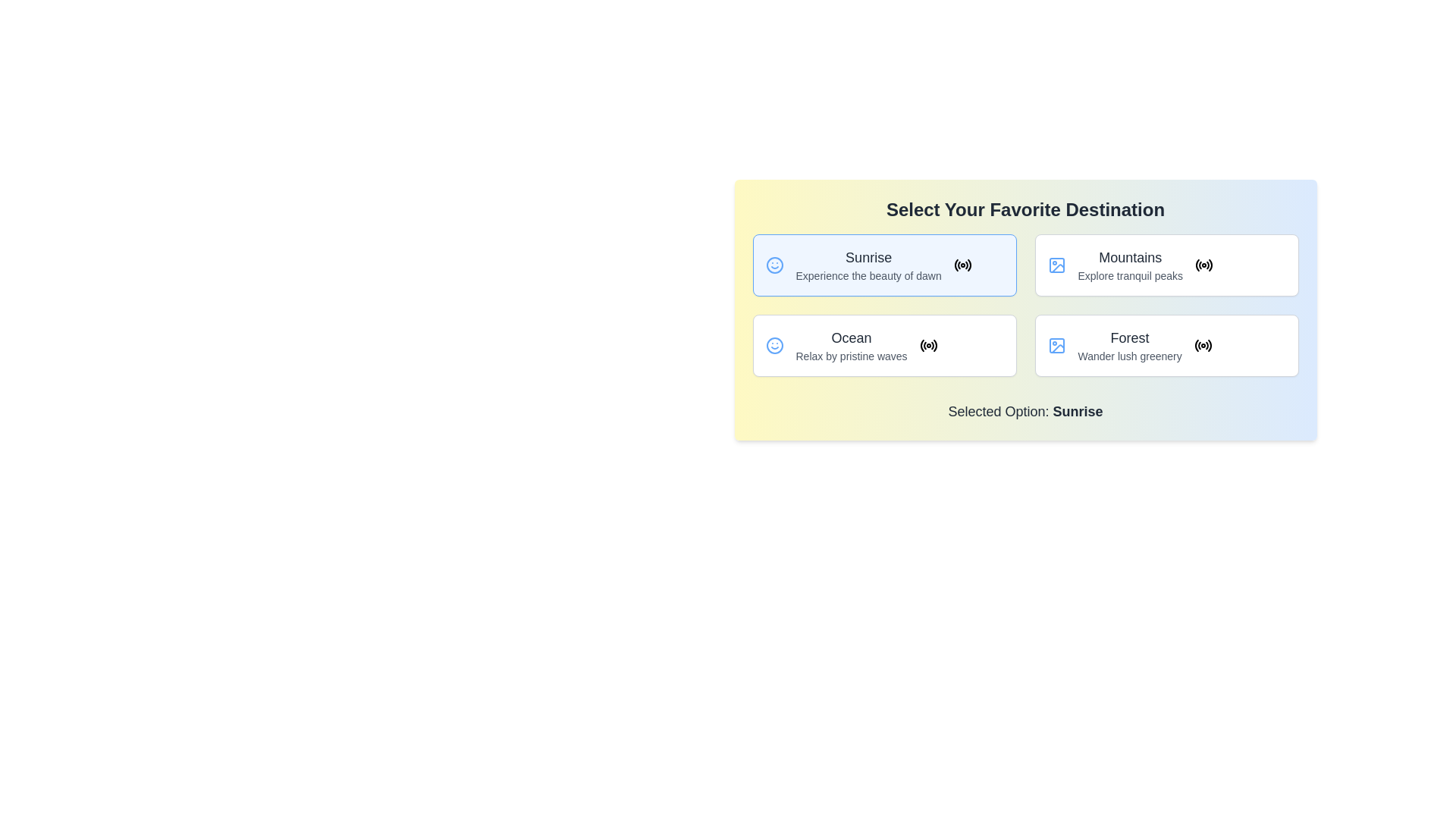  Describe the element at coordinates (962, 265) in the screenshot. I see `the Decorative radio icon, which is a circle with radiating lines, located to the right of the 'Sunrise' option label in the top-left section of the interface` at that location.